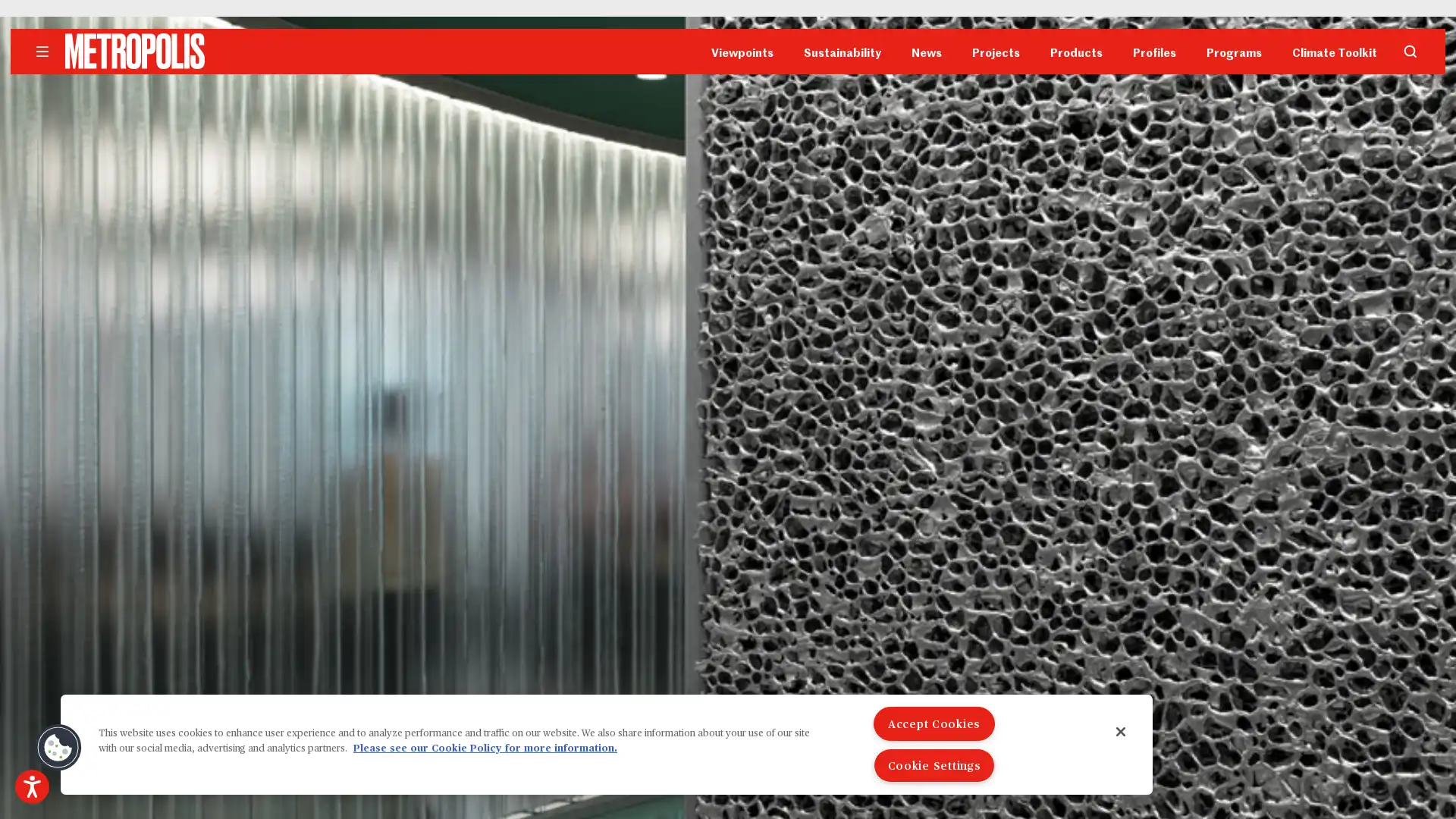  Describe the element at coordinates (934, 765) in the screenshot. I see `Cookie Settings` at that location.